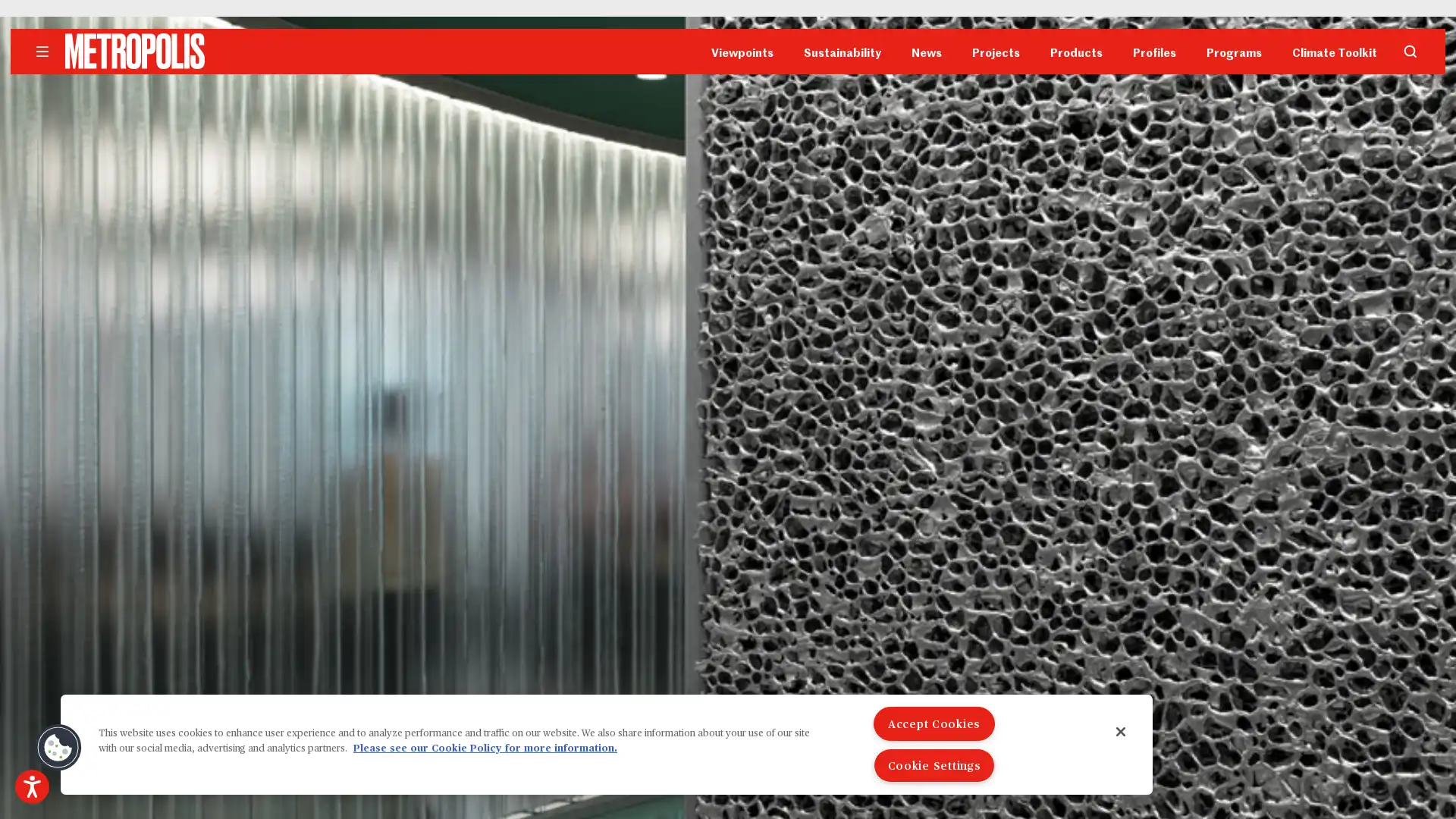  Describe the element at coordinates (934, 765) in the screenshot. I see `Cookie Settings` at that location.